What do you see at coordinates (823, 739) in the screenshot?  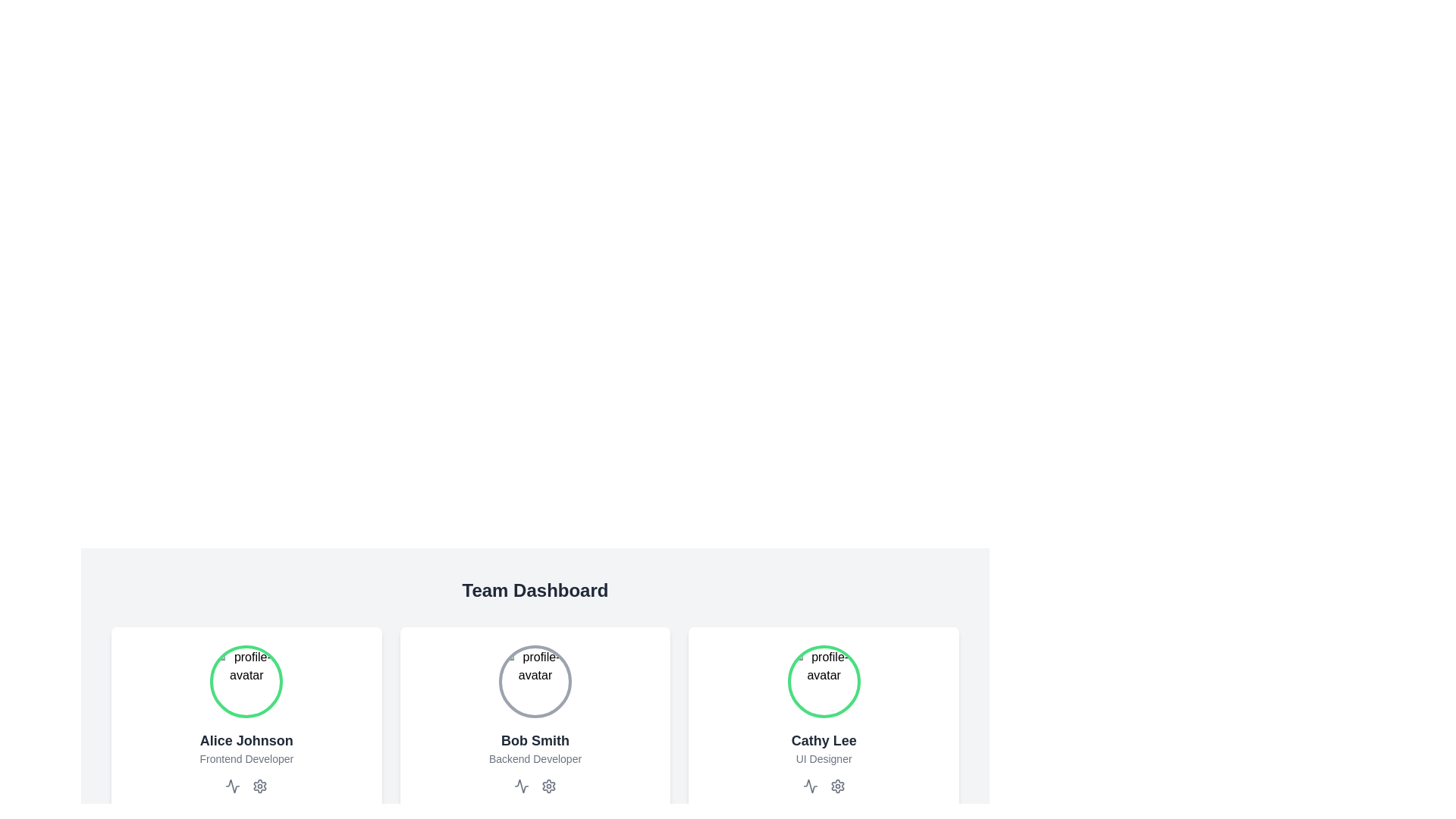 I see `the text label displaying the name 'Cathy Lee' located in the bottom section of the third profile card, above 'UI Designer' and below the circular avatar placeholder` at bounding box center [823, 739].